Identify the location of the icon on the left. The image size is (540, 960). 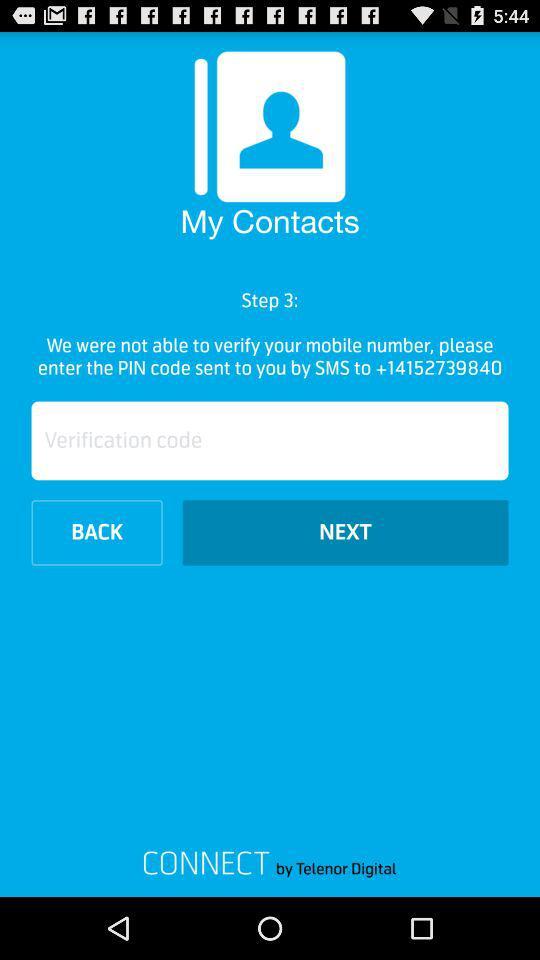
(96, 531).